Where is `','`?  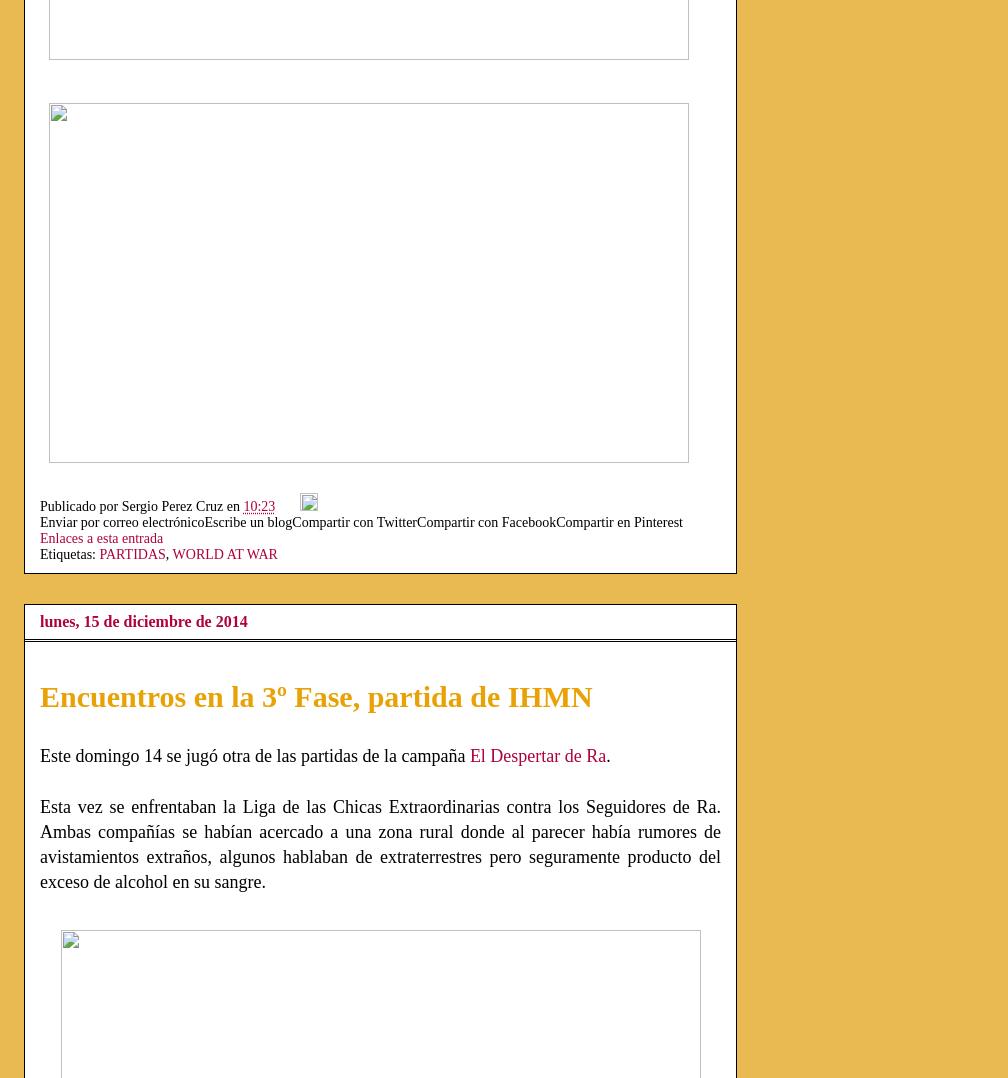
',' is located at coordinates (168, 553).